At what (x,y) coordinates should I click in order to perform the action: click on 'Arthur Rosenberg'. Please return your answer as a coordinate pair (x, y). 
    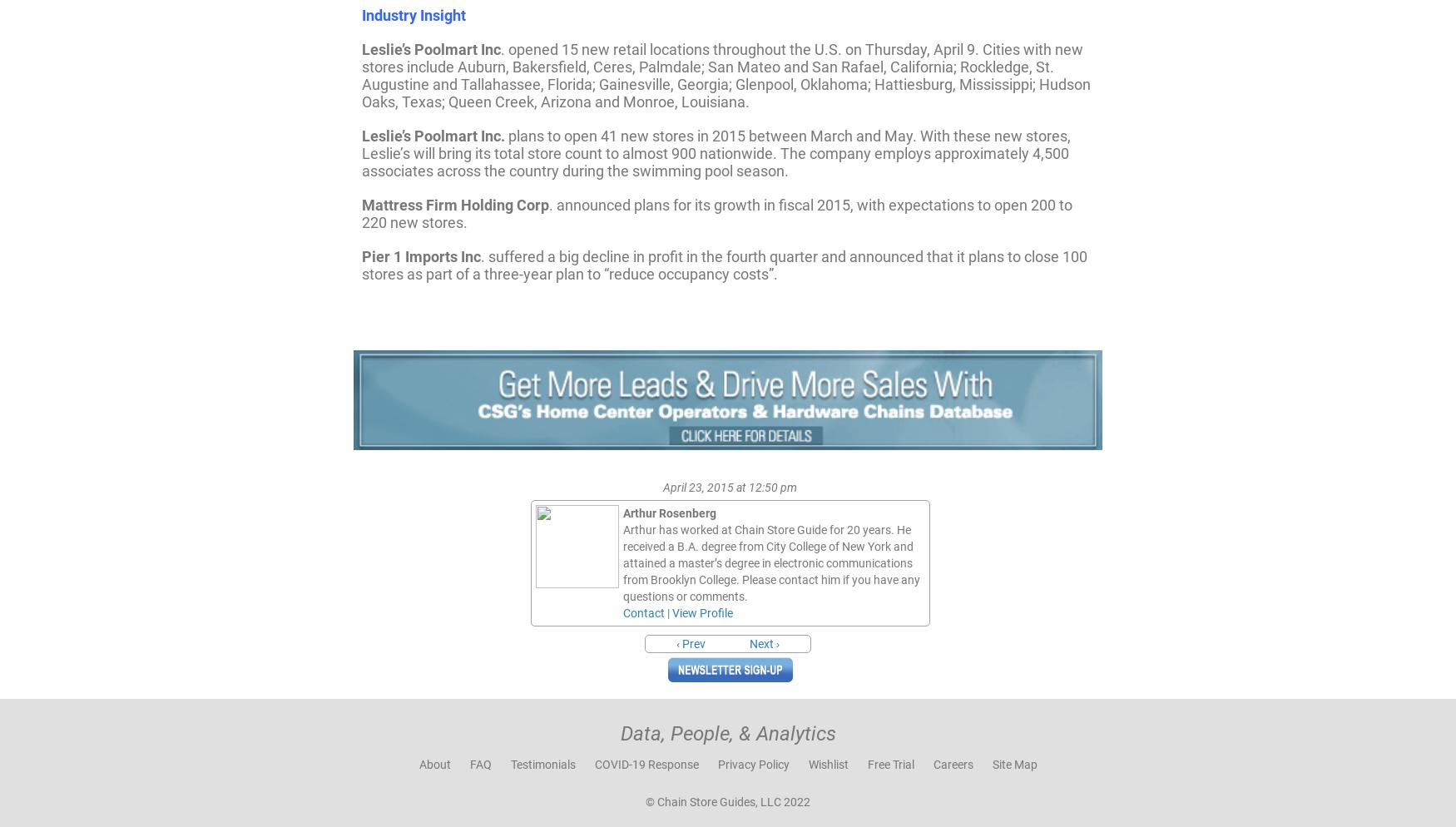
    Looking at the image, I should click on (667, 511).